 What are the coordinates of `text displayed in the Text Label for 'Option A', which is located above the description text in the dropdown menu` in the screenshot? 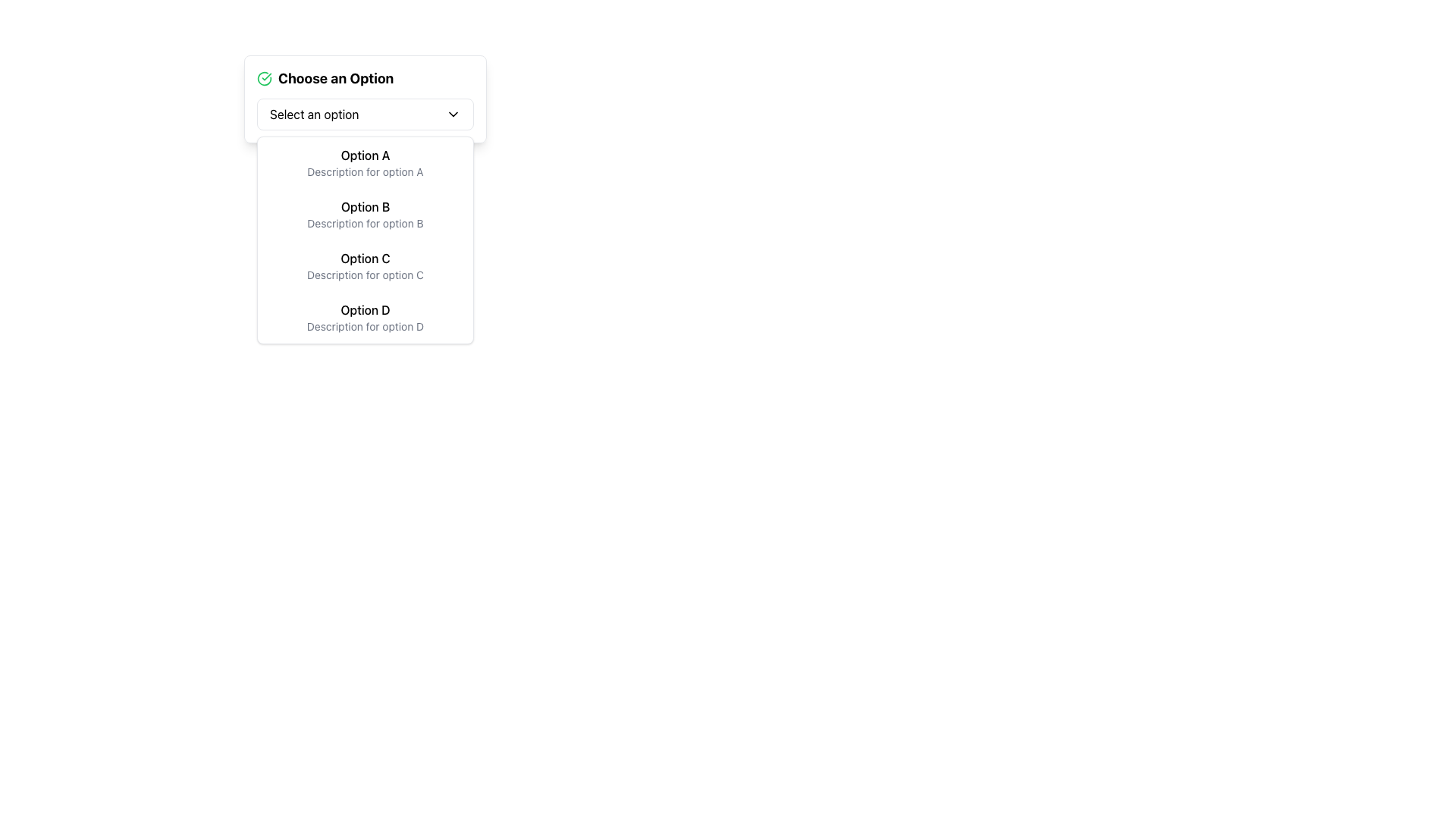 It's located at (365, 155).